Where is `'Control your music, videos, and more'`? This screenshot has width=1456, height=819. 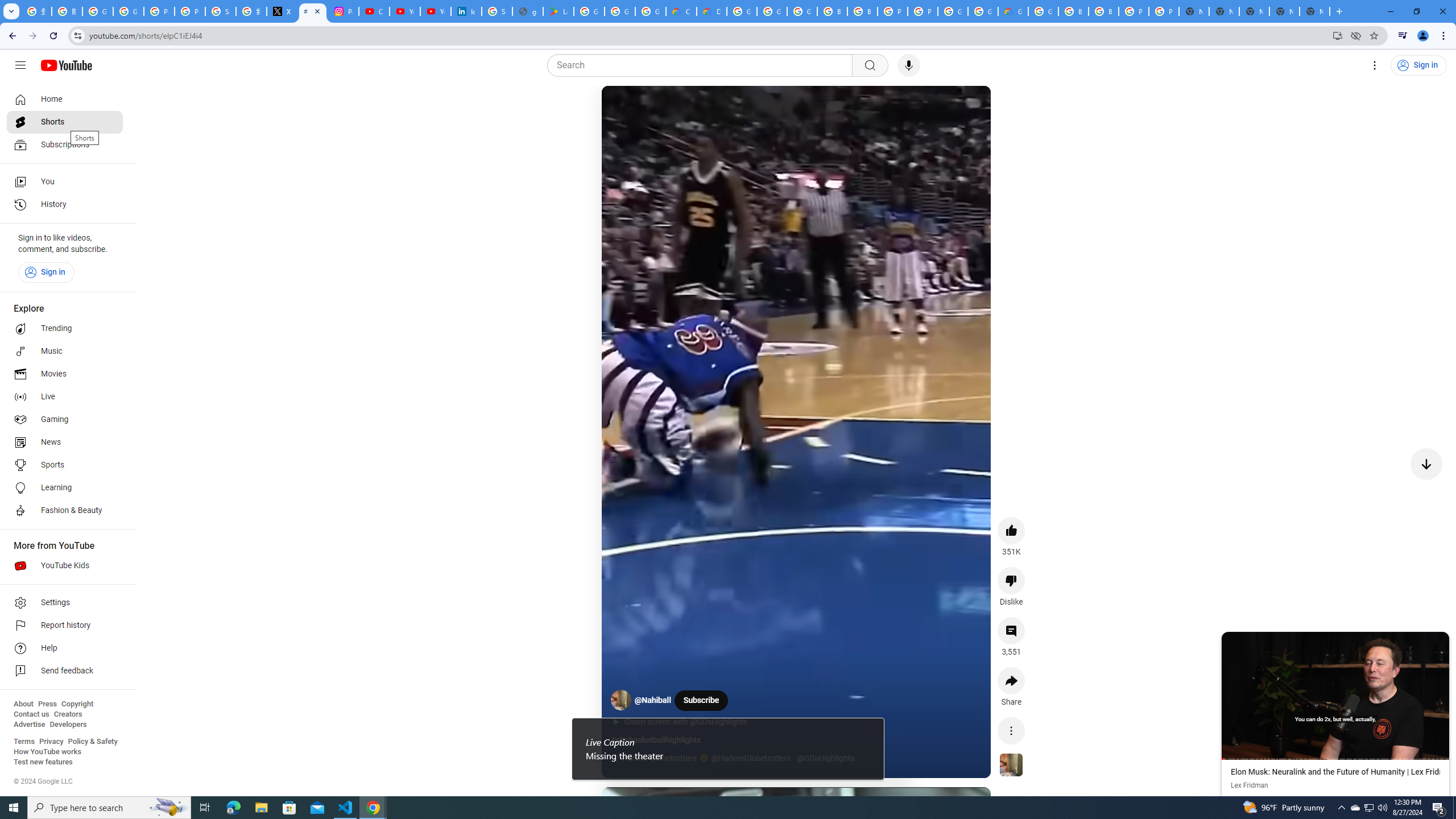
'Control your music, videos, and more' is located at coordinates (1403, 35).